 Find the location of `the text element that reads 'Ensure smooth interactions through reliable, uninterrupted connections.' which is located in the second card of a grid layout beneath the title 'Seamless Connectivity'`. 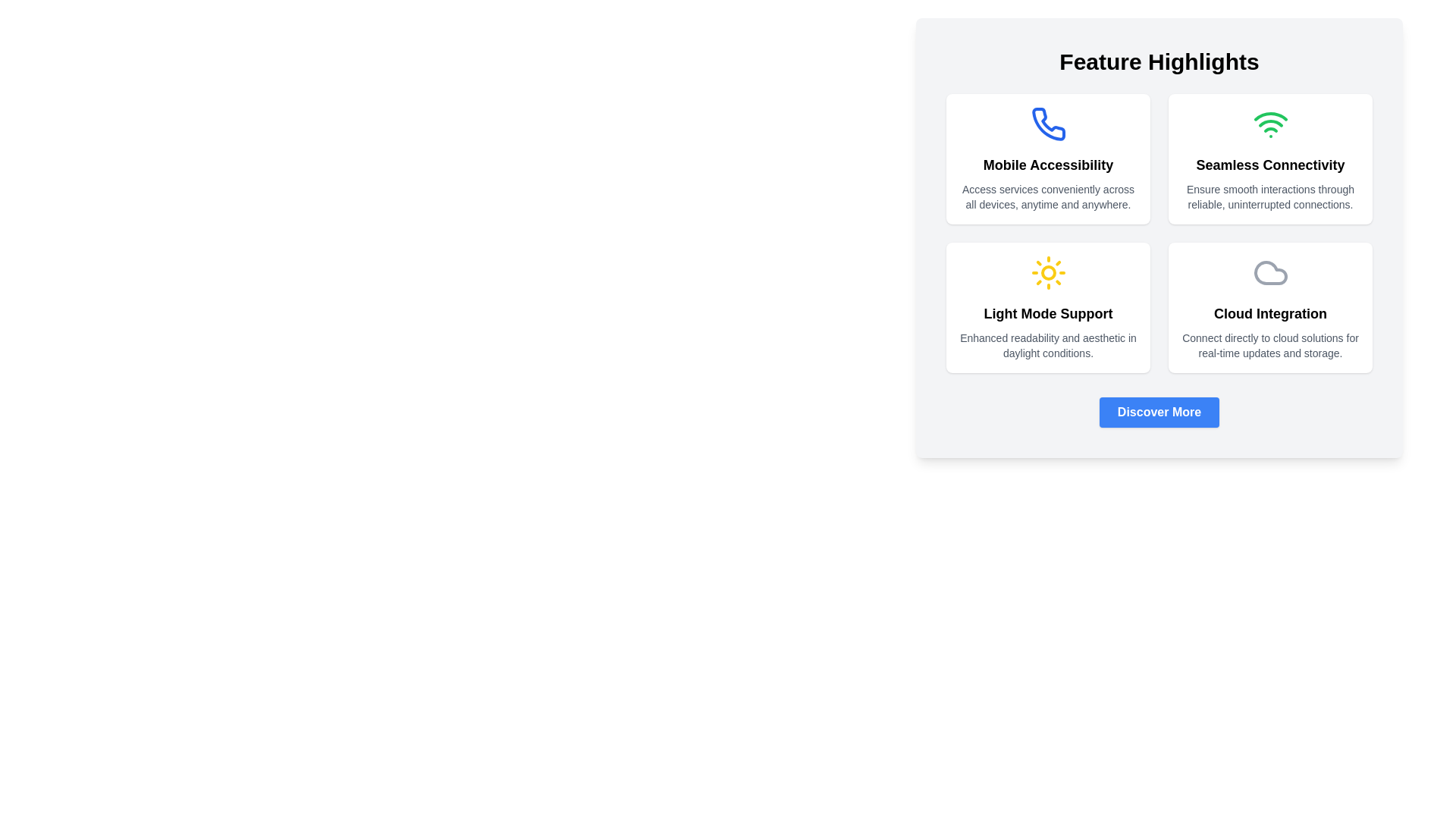

the text element that reads 'Ensure smooth interactions through reliable, uninterrupted connections.' which is located in the second card of a grid layout beneath the title 'Seamless Connectivity' is located at coordinates (1270, 196).